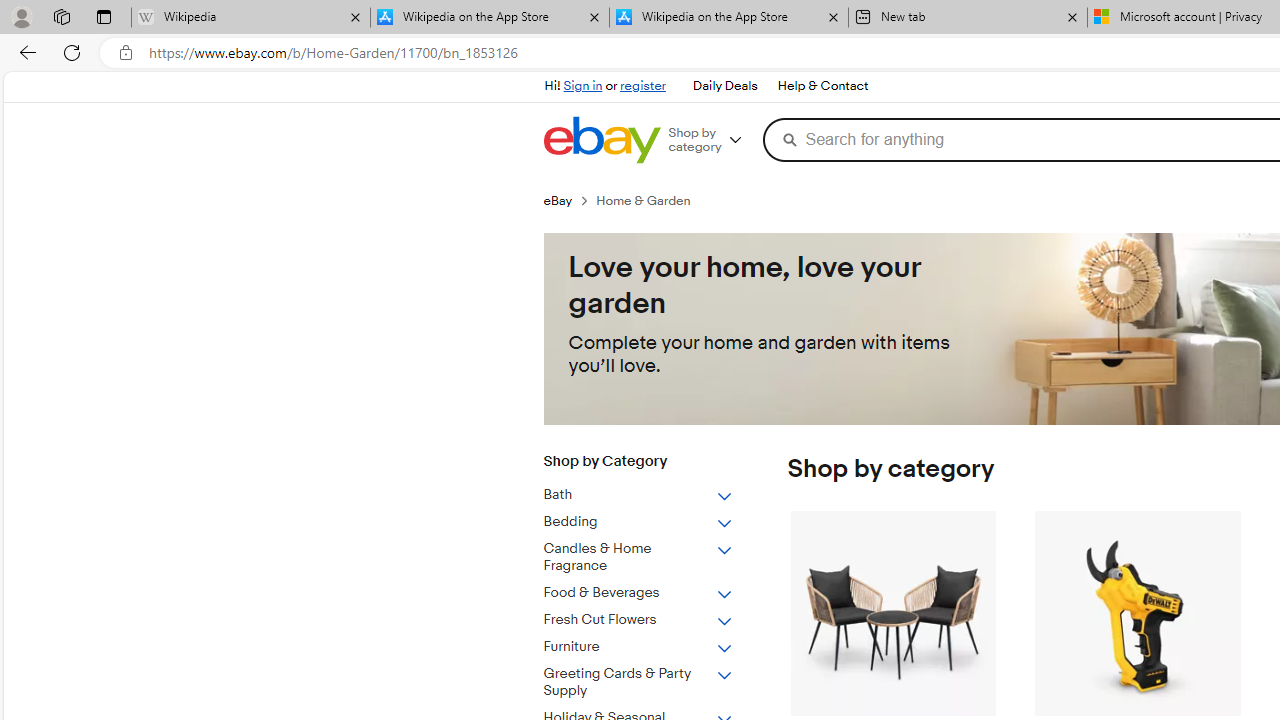  I want to click on 'Candles & Home Fragrance', so click(637, 558).